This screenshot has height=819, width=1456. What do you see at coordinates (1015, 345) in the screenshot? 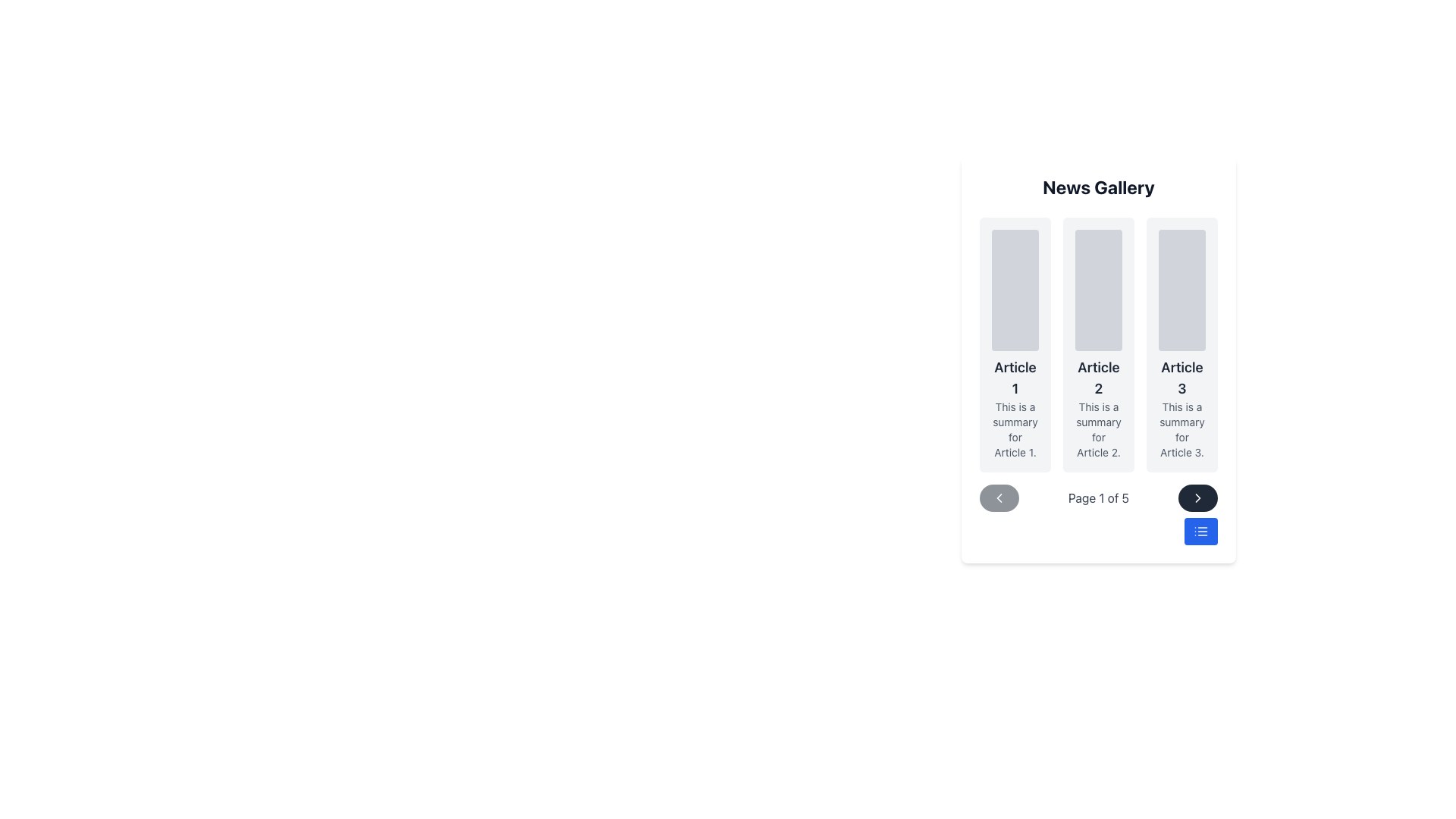
I see `the image of the first Content Card in the News Gallery section to preview the article` at bounding box center [1015, 345].